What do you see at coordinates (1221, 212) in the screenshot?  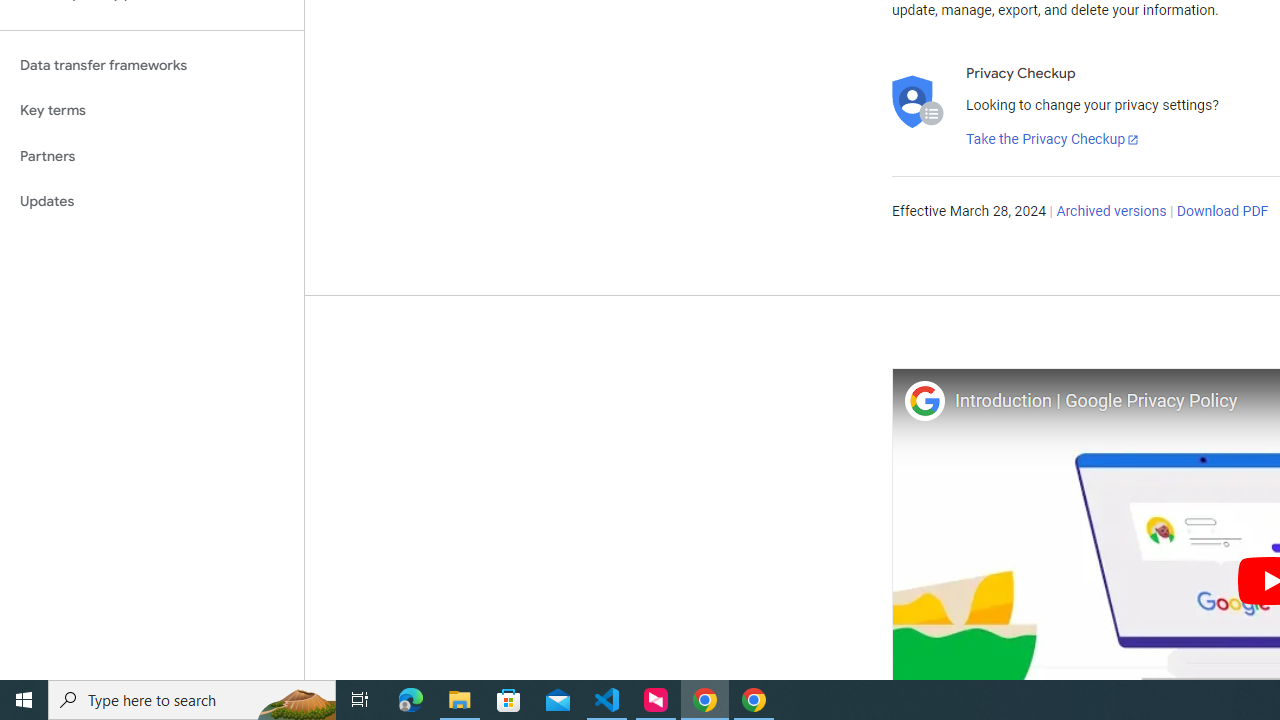 I see `'Download PDF'` at bounding box center [1221, 212].